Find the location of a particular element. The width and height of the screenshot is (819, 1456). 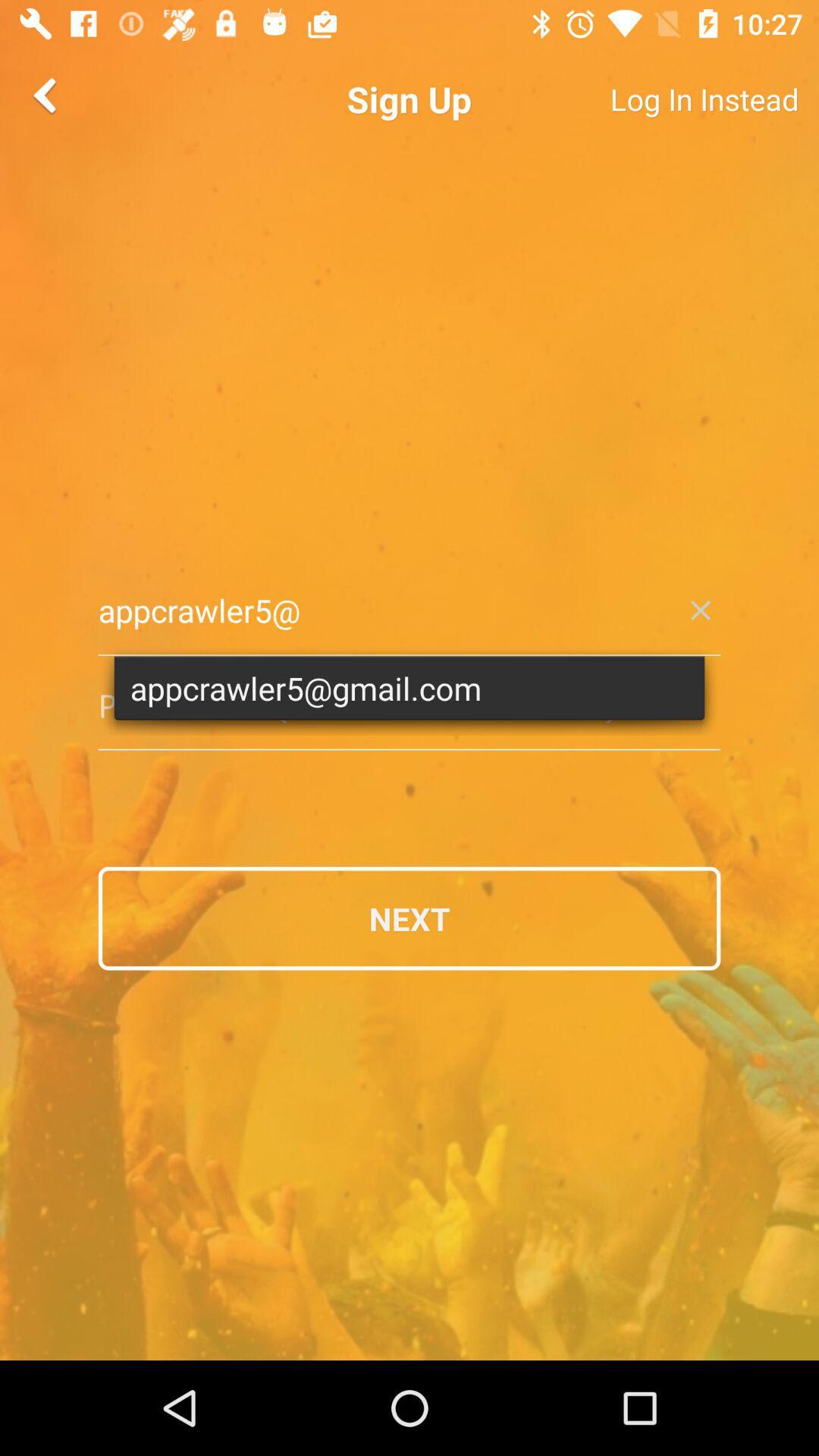

the arrow_backward icon is located at coordinates (46, 94).